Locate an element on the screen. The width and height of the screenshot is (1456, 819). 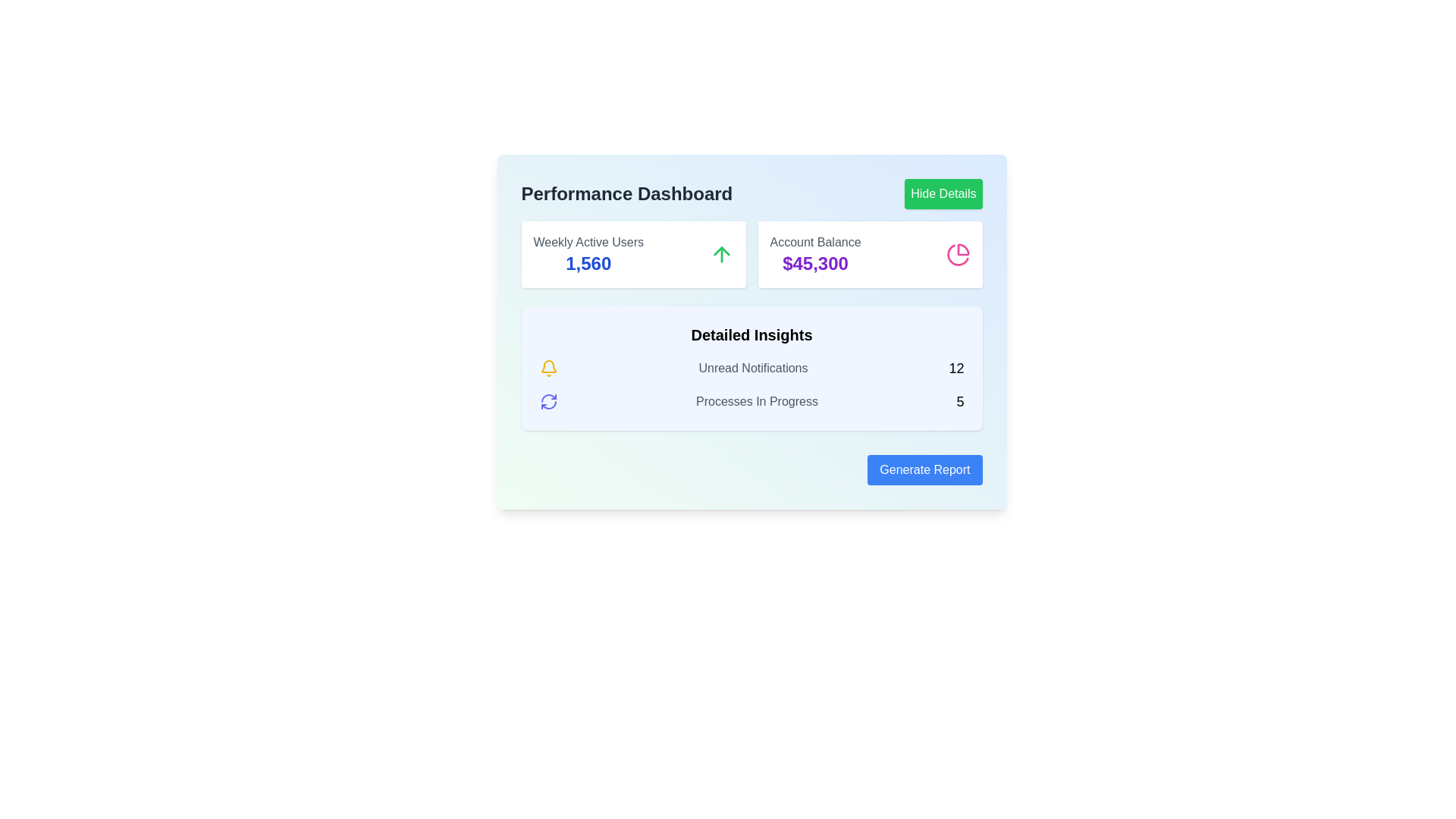
the blue 'Generate Report' button located at the bottom right corner of the interface to observe its hover effect is located at coordinates (924, 469).